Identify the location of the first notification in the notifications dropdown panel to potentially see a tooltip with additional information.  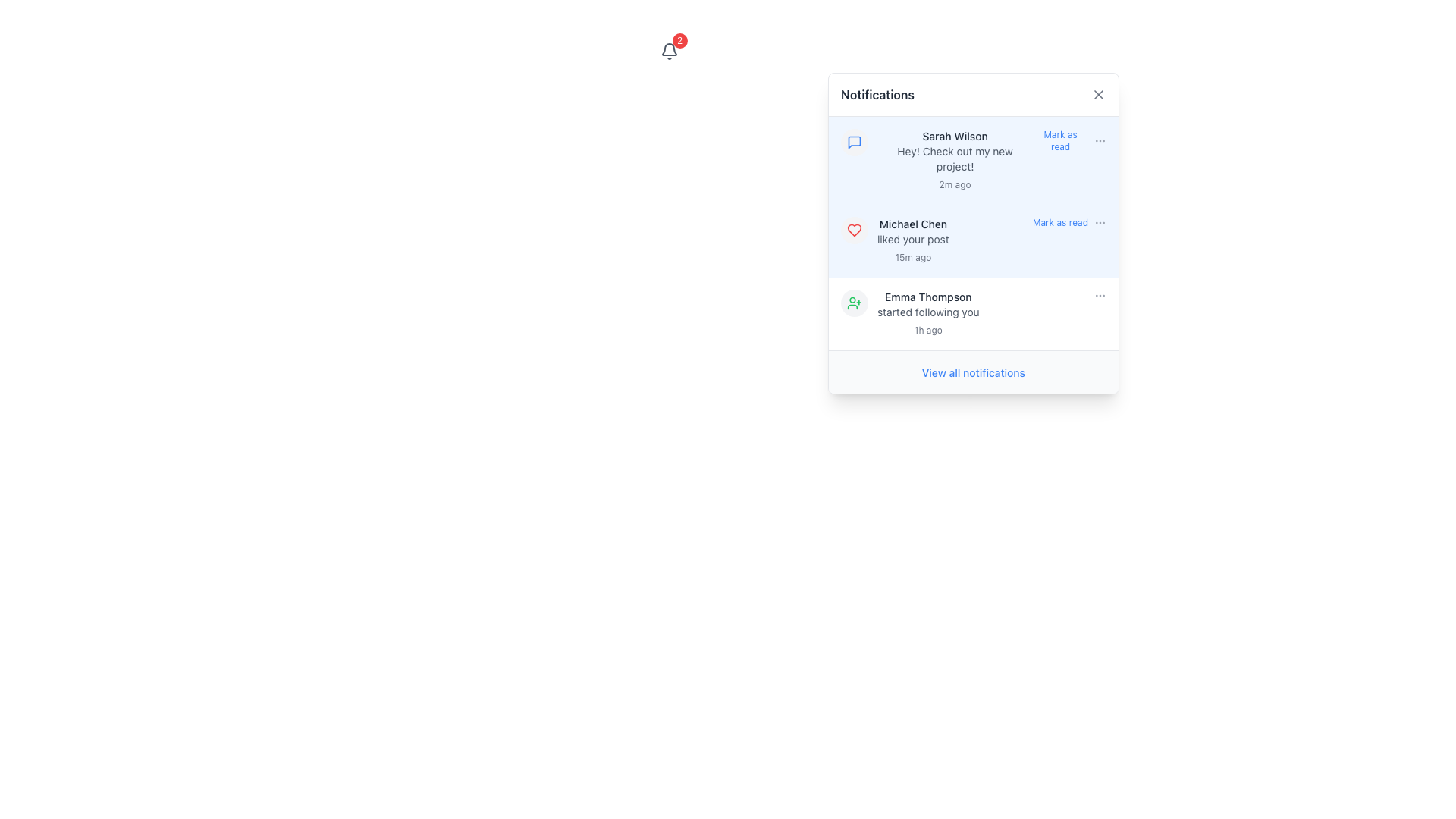
(992, 161).